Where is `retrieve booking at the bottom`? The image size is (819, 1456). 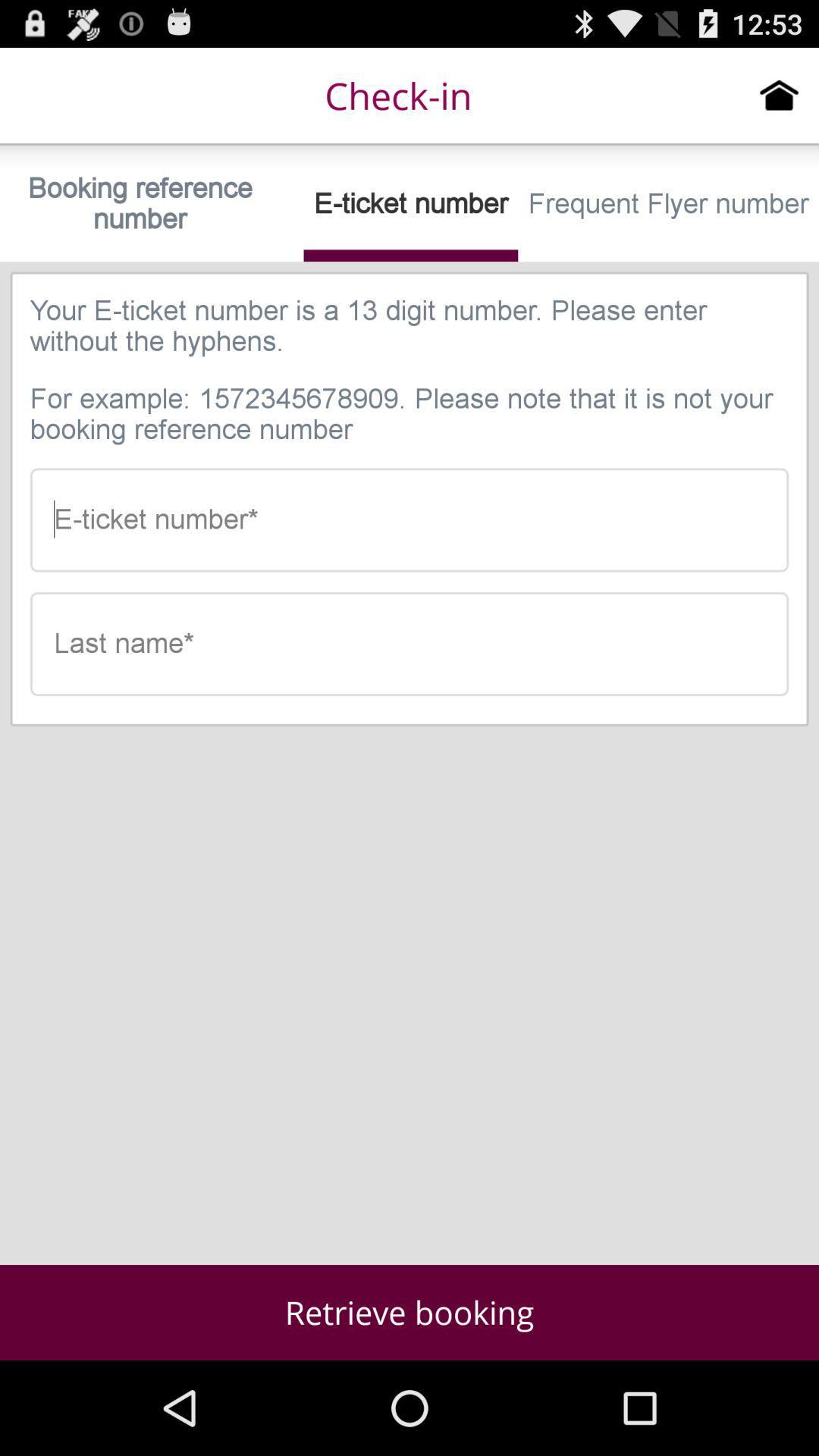 retrieve booking at the bottom is located at coordinates (409, 1312).